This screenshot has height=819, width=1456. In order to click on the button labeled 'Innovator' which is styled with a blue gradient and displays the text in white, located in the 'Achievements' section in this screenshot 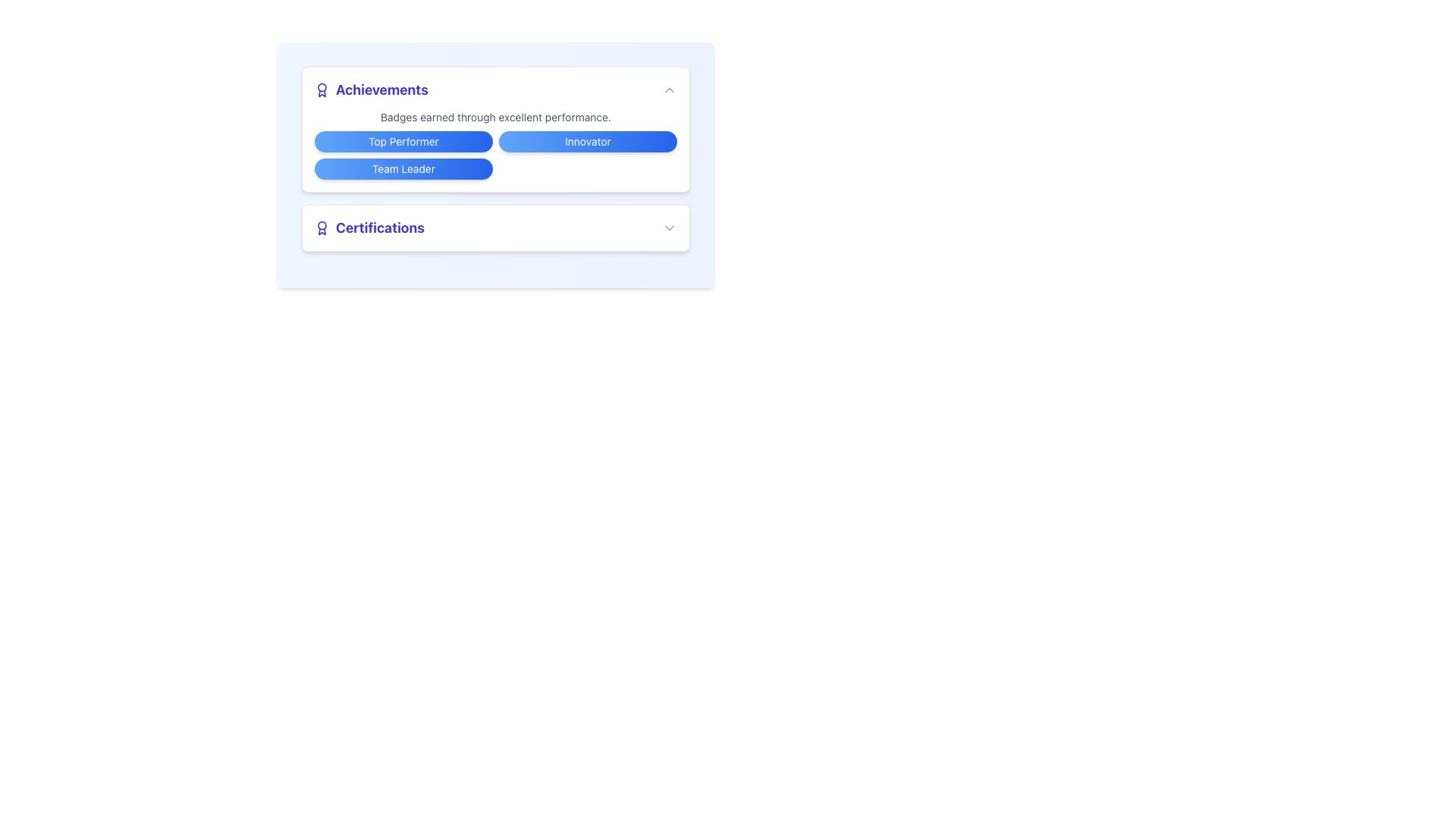, I will do `click(587, 141)`.